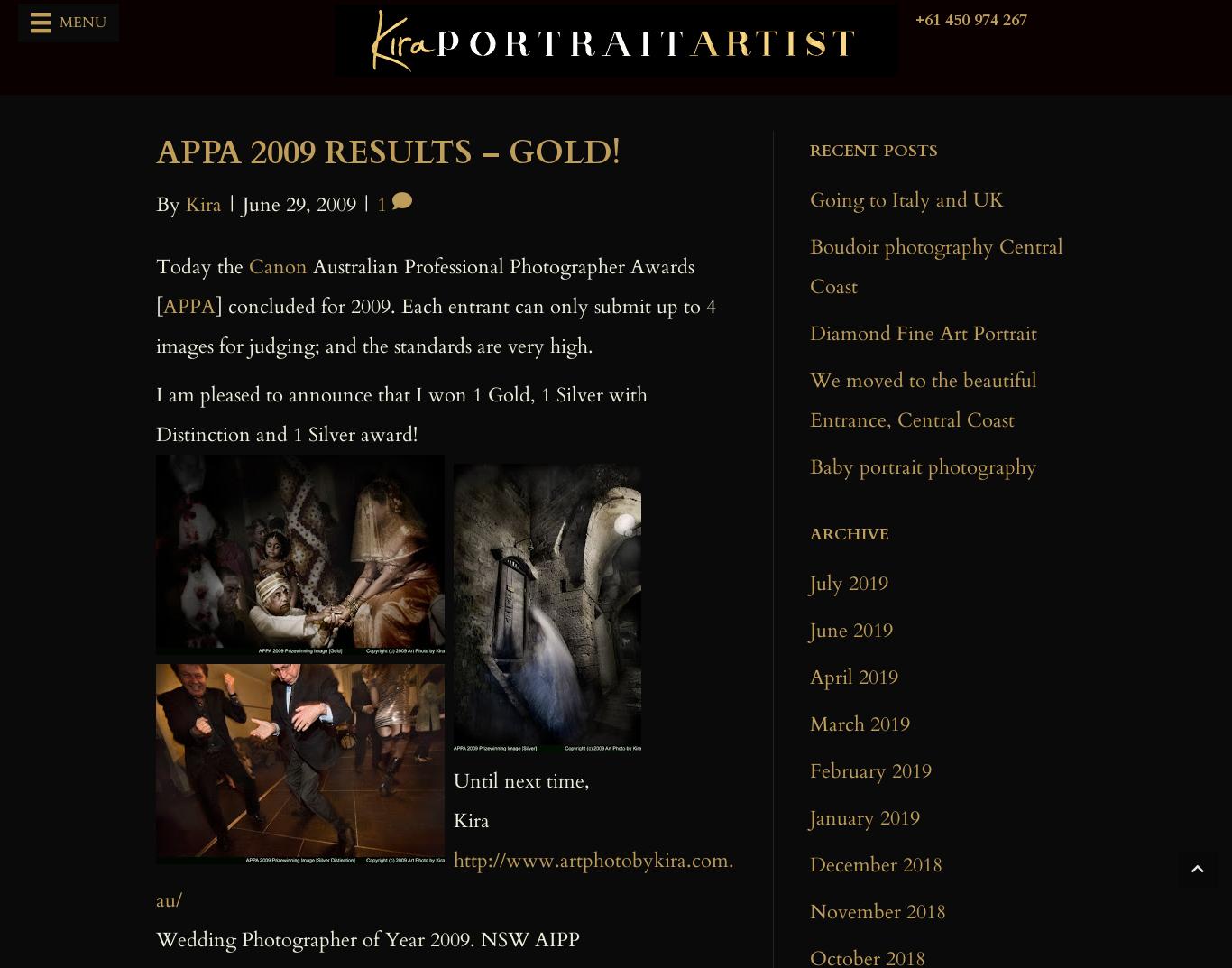 This screenshot has width=1232, height=968. Describe the element at coordinates (923, 332) in the screenshot. I see `'Diamond Fine Art Portrait'` at that location.